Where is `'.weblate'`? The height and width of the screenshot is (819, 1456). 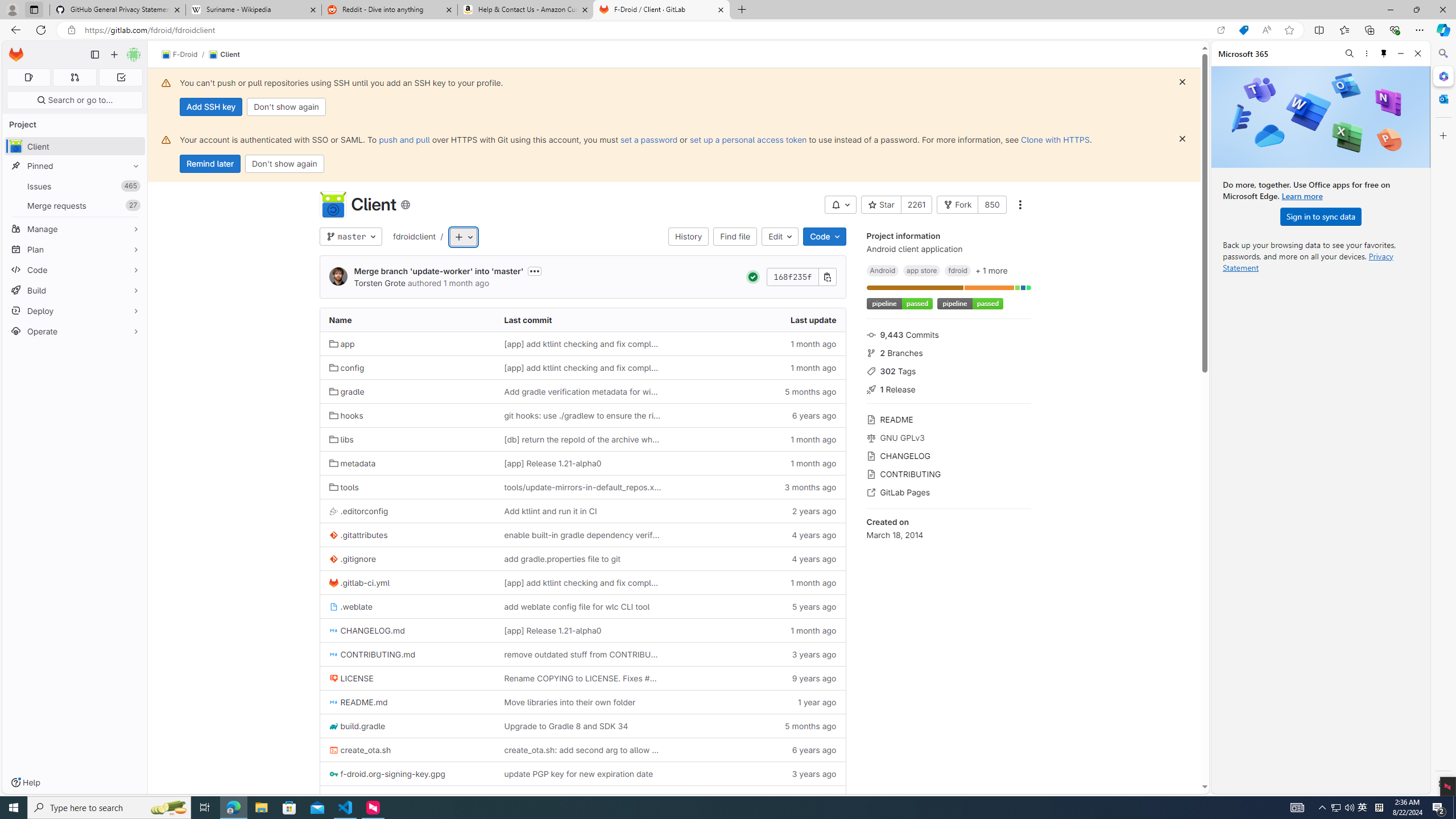
'.weblate' is located at coordinates (350, 606).